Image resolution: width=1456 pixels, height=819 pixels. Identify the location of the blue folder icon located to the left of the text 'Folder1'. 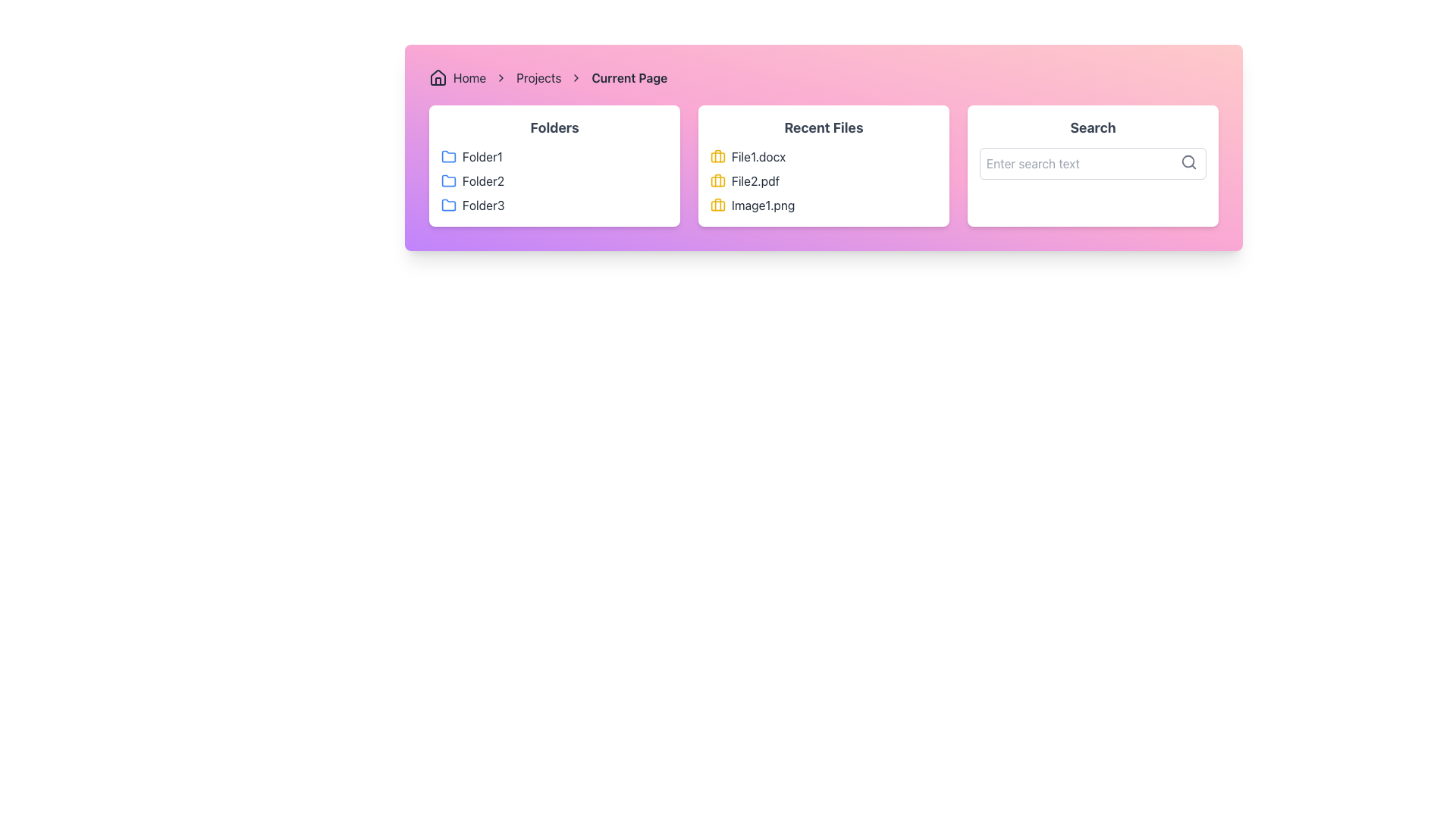
(447, 157).